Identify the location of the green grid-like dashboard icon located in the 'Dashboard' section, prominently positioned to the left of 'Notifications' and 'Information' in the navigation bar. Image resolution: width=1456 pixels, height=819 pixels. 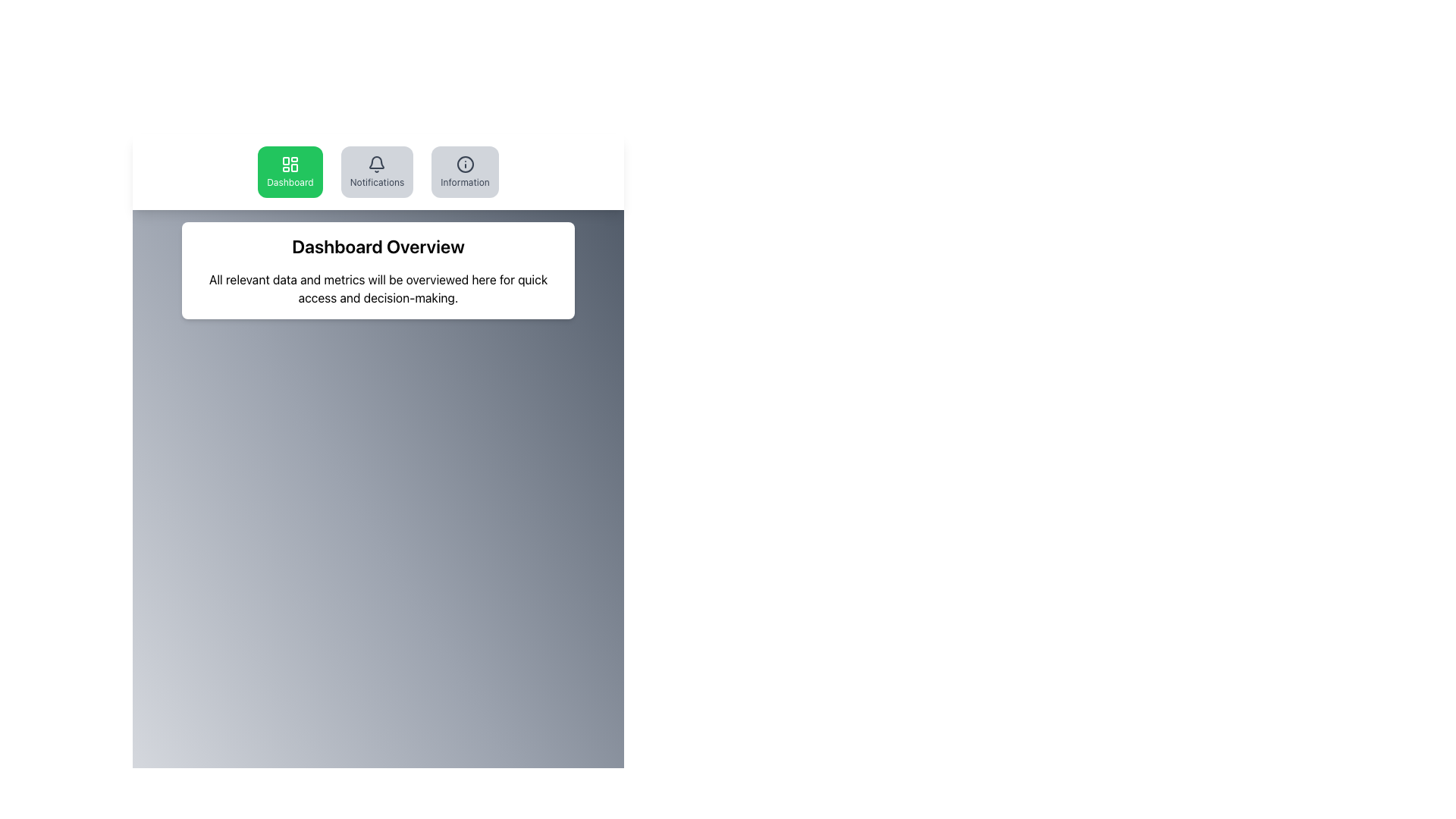
(290, 164).